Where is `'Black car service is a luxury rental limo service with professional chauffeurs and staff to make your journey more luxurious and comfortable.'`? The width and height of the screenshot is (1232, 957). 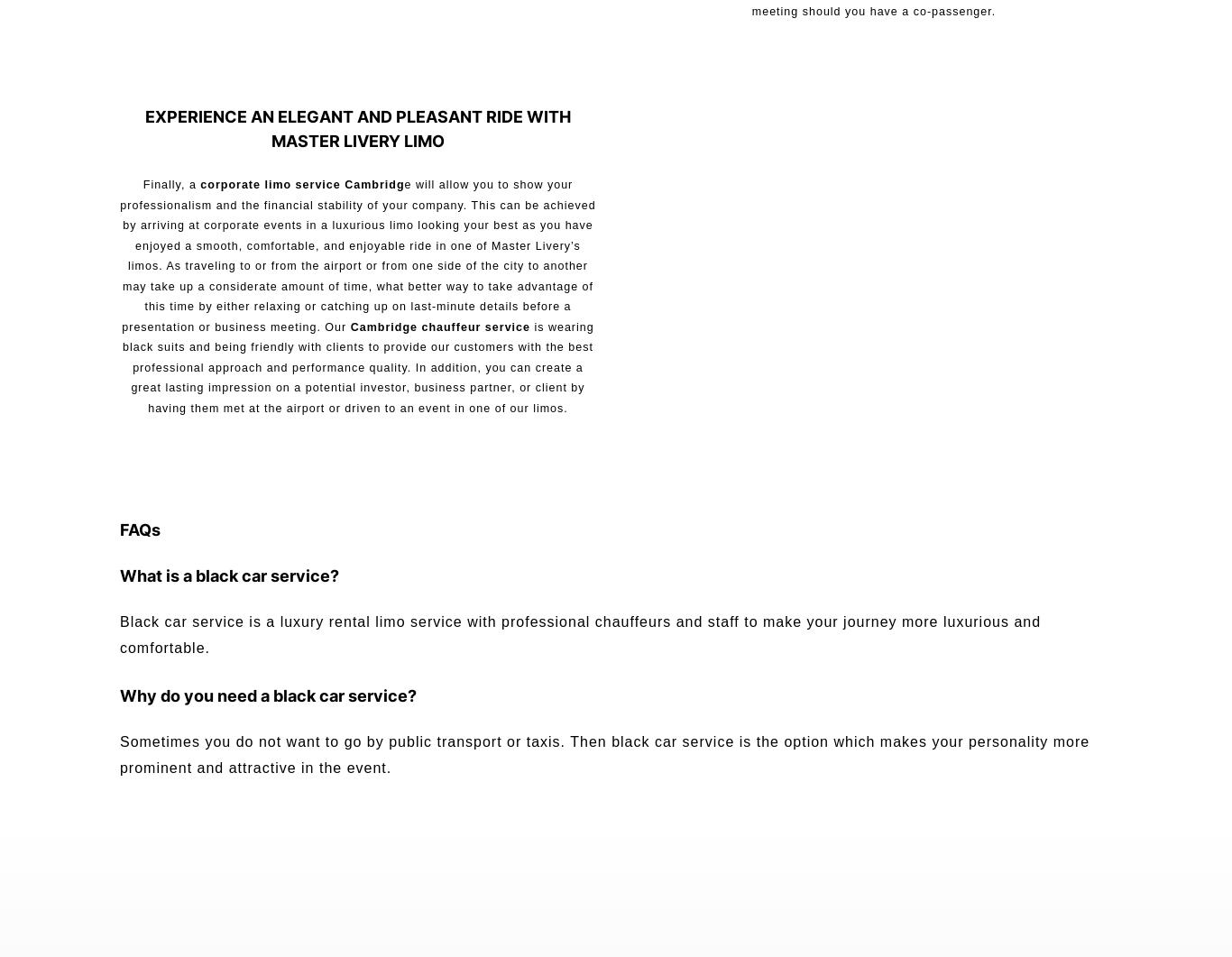
'Black car service is a luxury rental limo service with professional chauffeurs and staff to make your journey more luxurious and comfortable.' is located at coordinates (578, 633).